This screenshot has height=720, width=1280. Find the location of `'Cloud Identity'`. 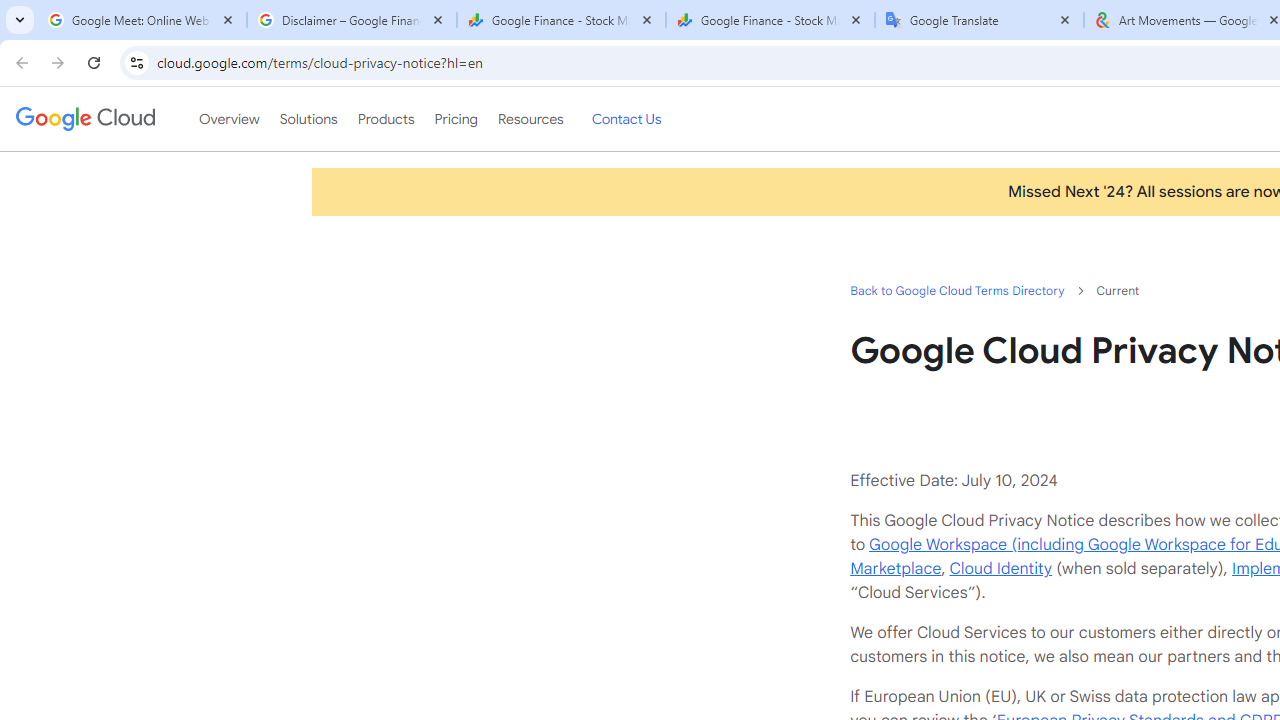

'Cloud Identity' is located at coordinates (1000, 568).